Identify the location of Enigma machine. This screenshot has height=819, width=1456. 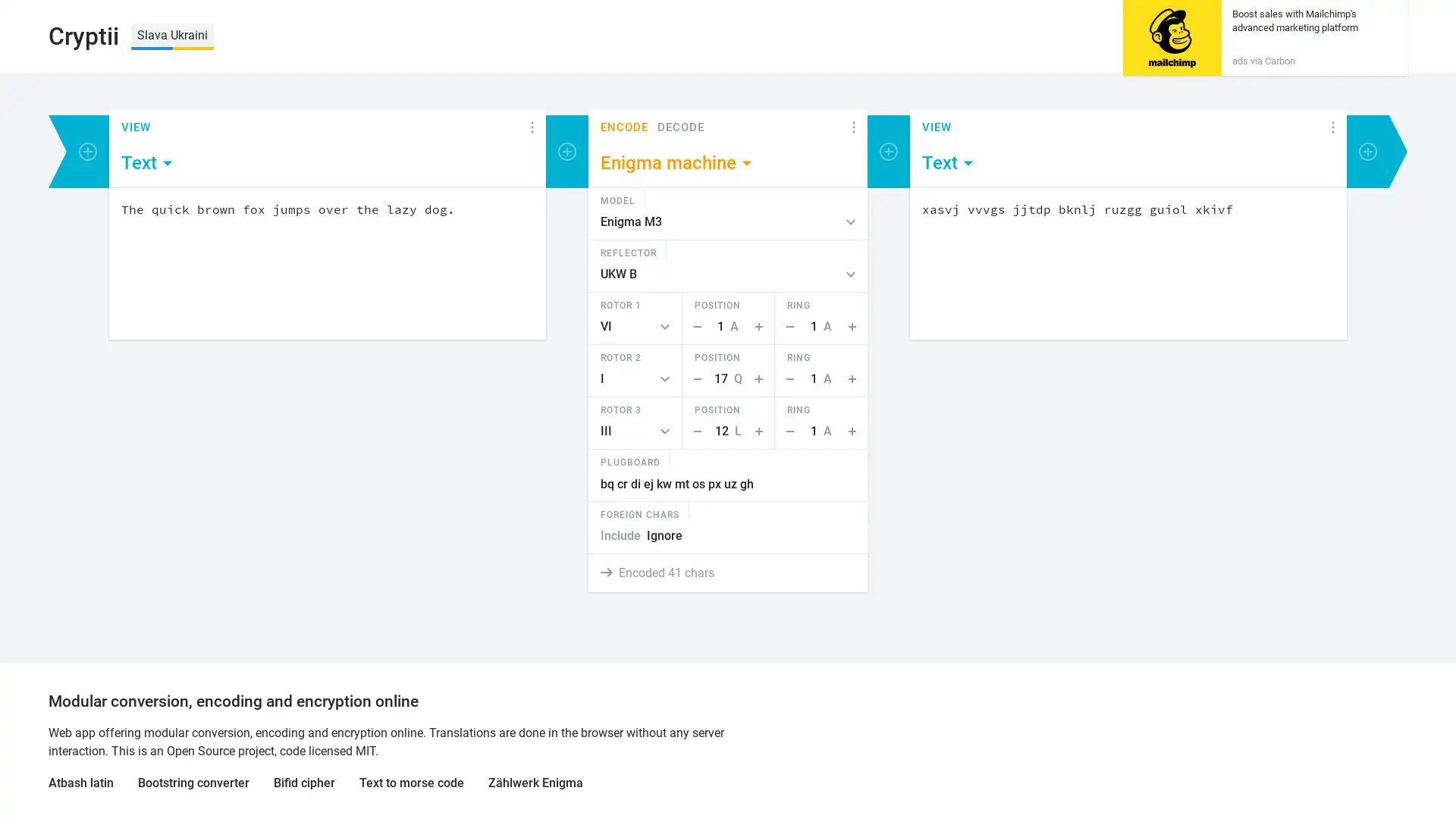
(676, 163).